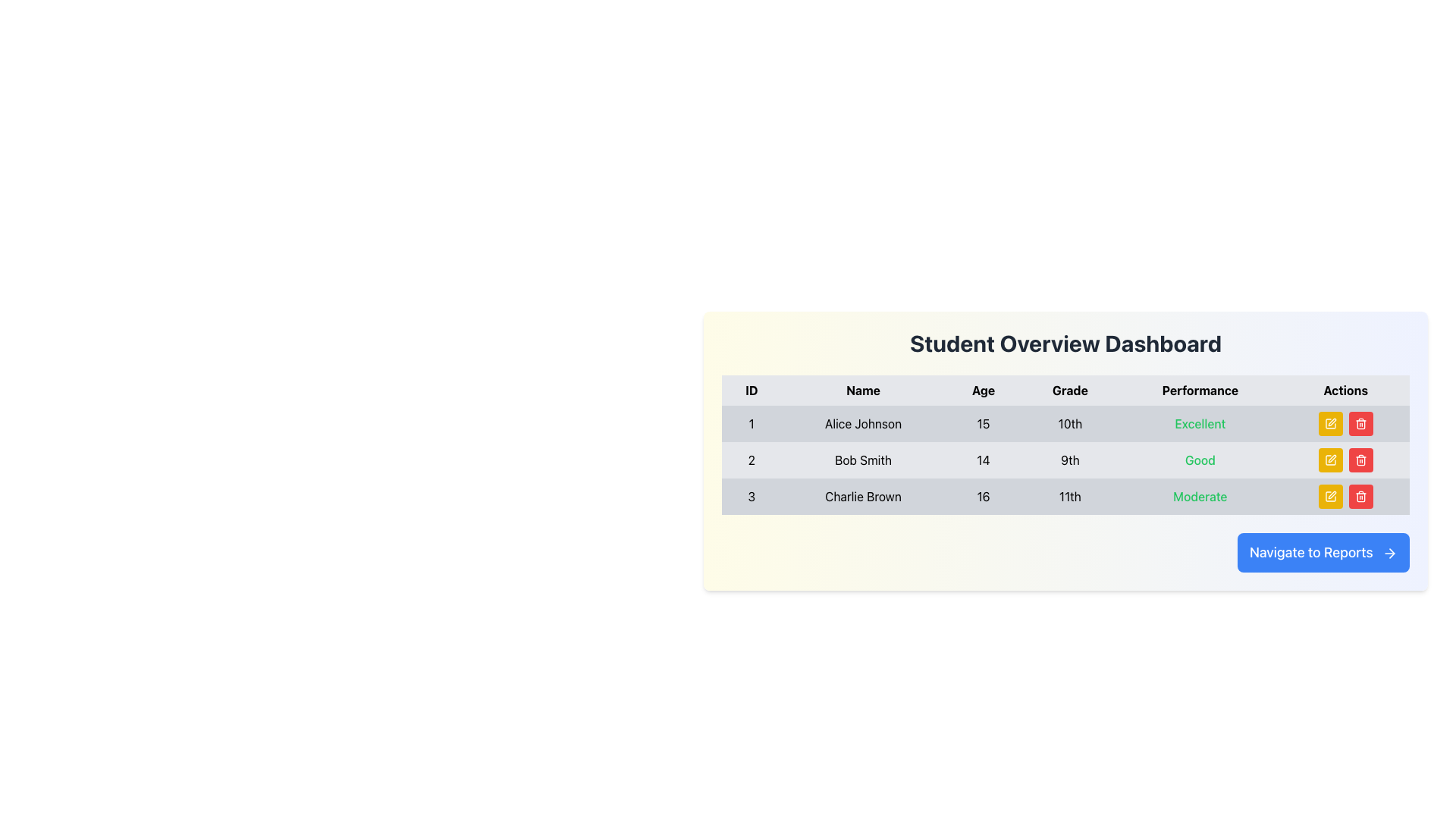  Describe the element at coordinates (1069, 424) in the screenshot. I see `the label displaying '10th' grade for the student 'Alice Johnson' in the table's 'Grade' column` at that location.